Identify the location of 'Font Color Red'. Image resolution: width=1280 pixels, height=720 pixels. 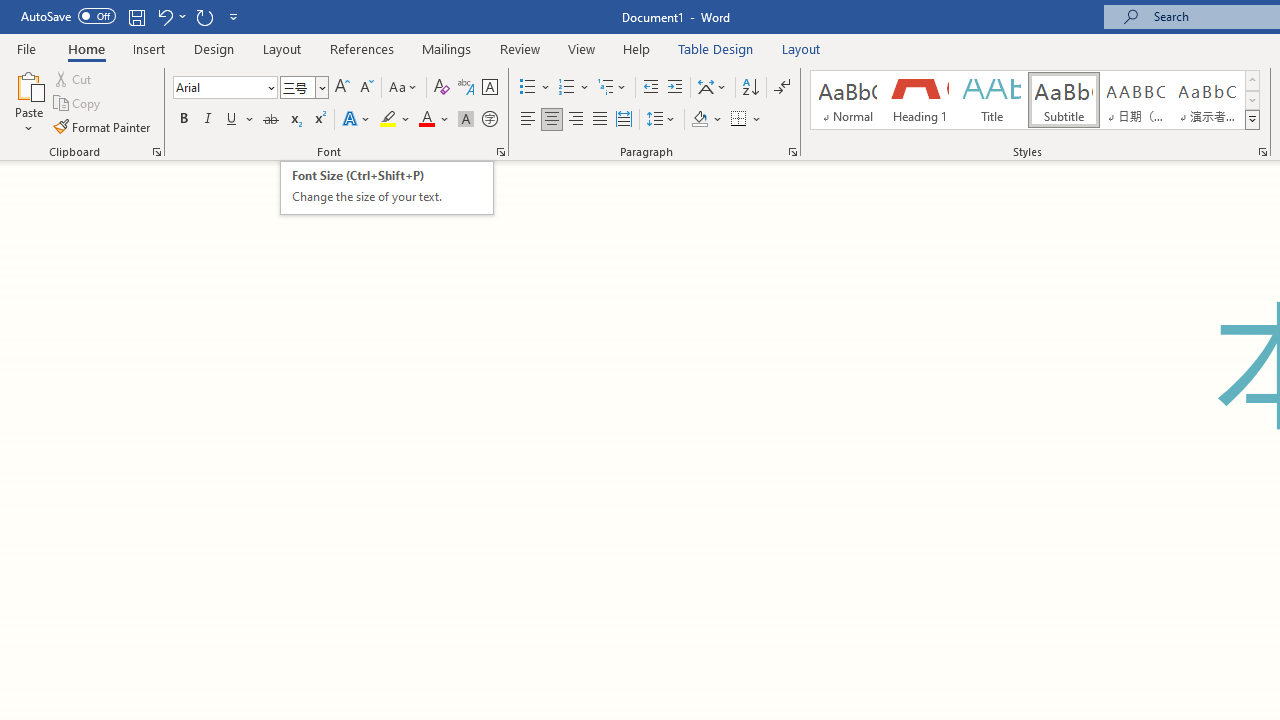
(425, 119).